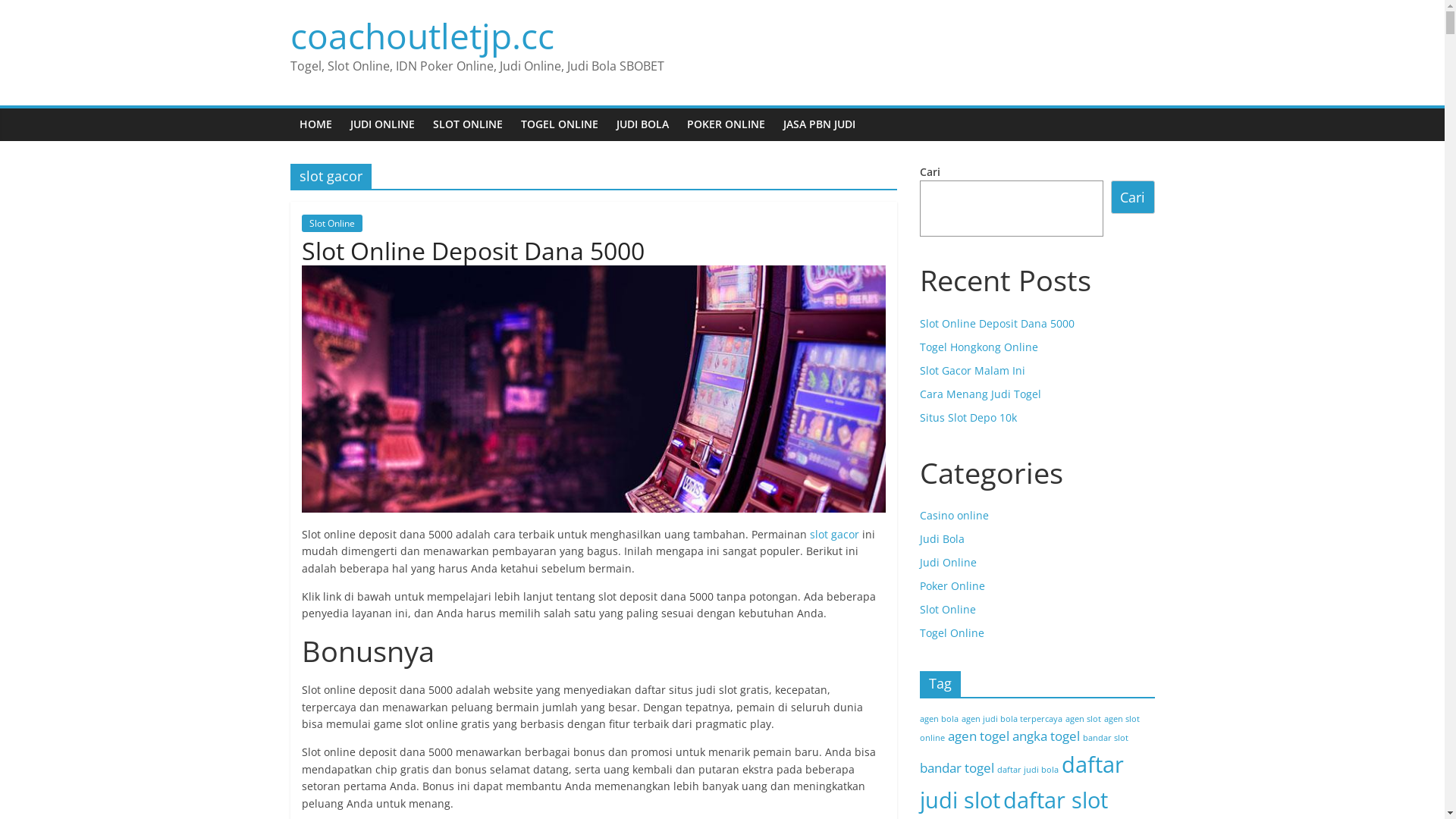 The image size is (1456, 819). Describe the element at coordinates (955, 767) in the screenshot. I see `'bandar togel'` at that location.